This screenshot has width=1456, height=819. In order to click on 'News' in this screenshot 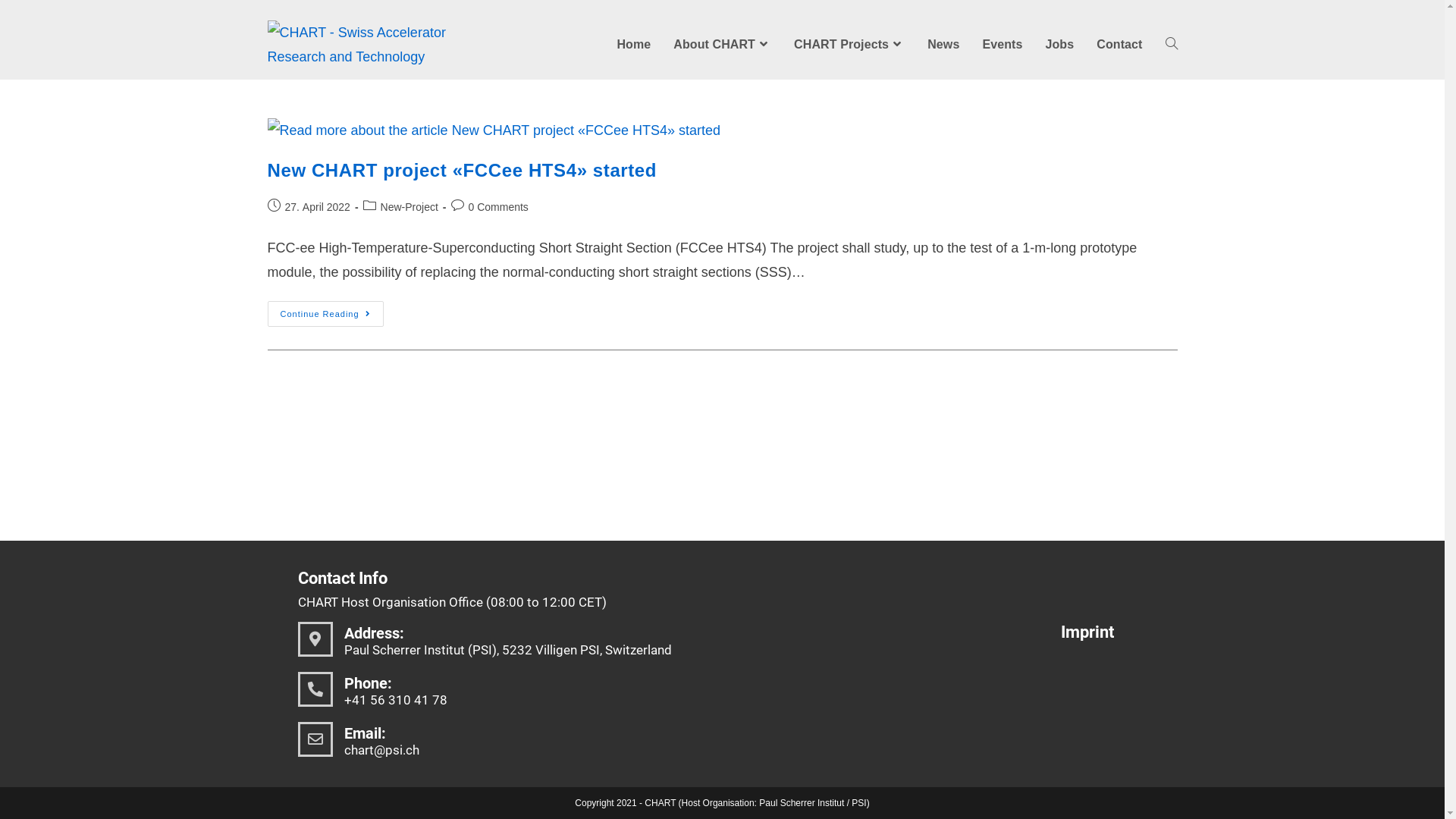, I will do `click(942, 43)`.